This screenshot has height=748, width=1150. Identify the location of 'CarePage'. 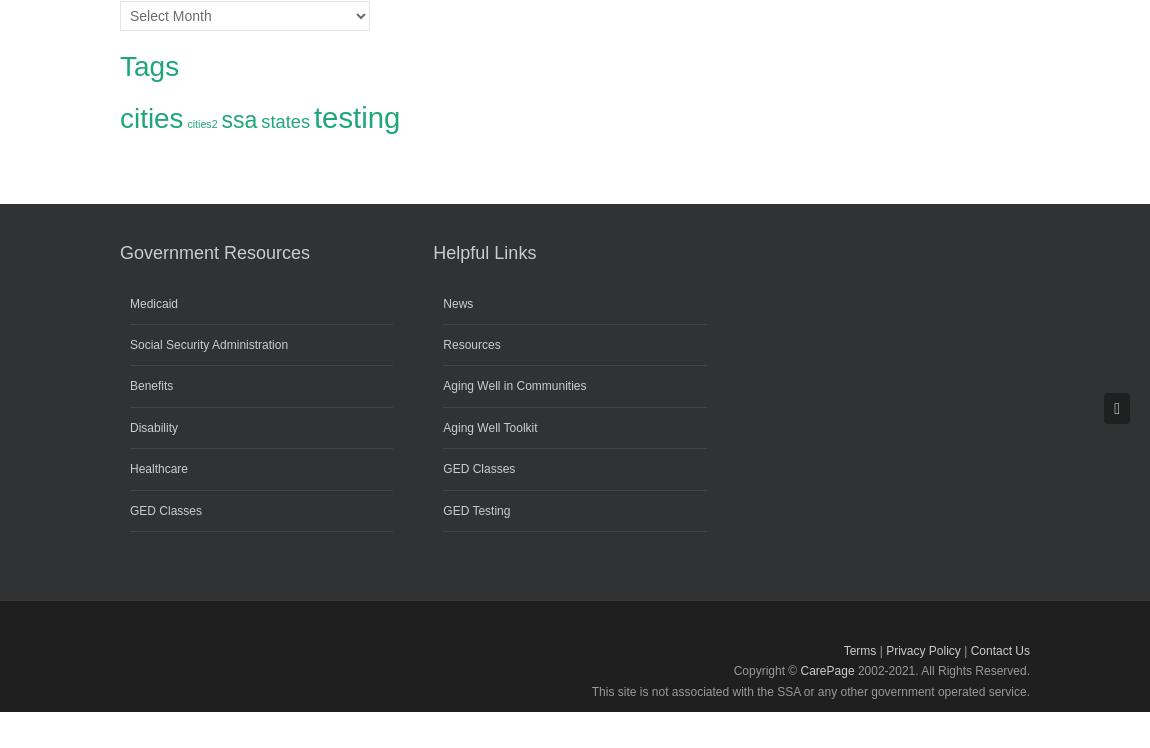
(825, 671).